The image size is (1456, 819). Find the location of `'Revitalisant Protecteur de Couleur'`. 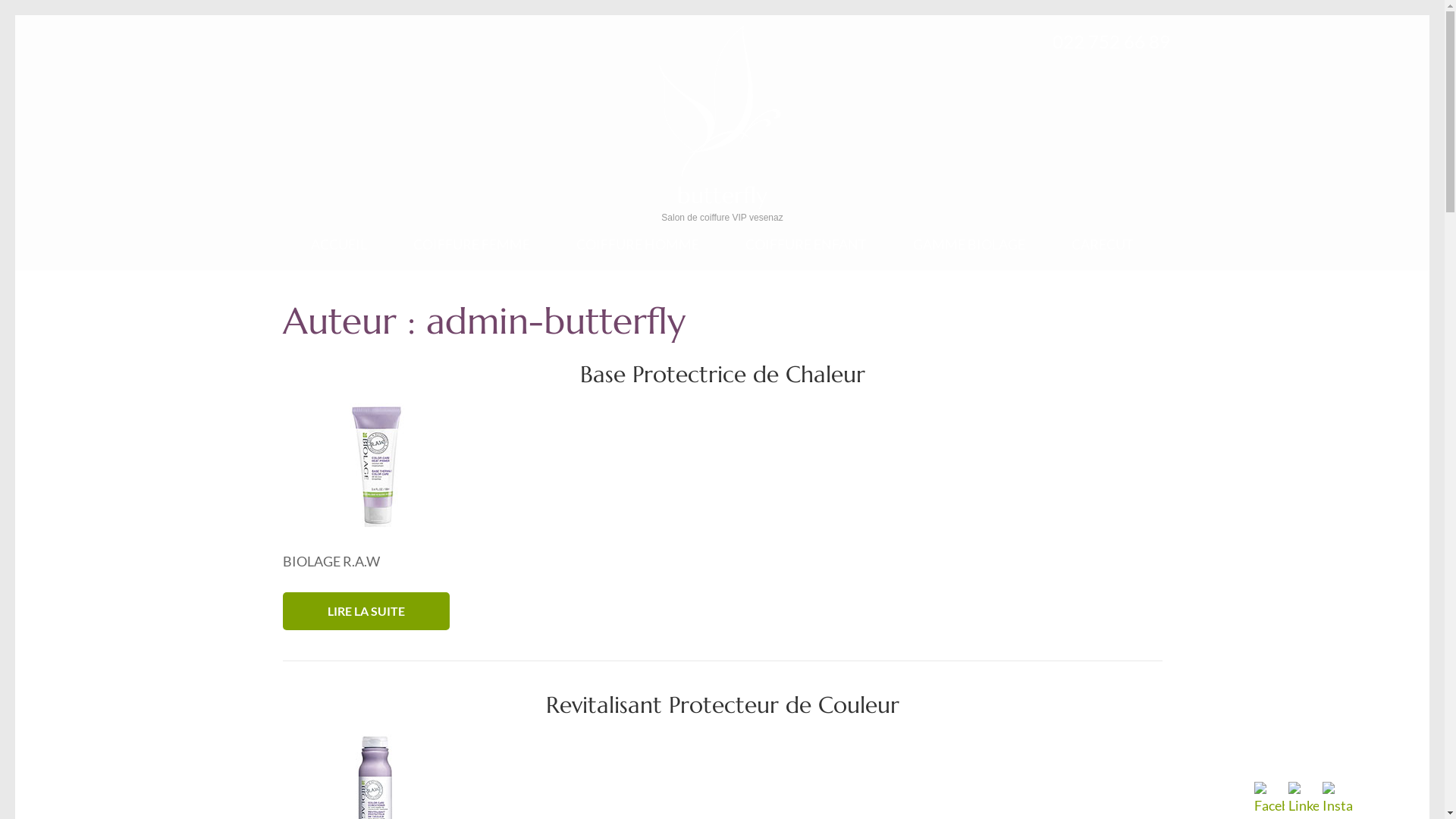

'Revitalisant Protecteur de Couleur' is located at coordinates (722, 704).